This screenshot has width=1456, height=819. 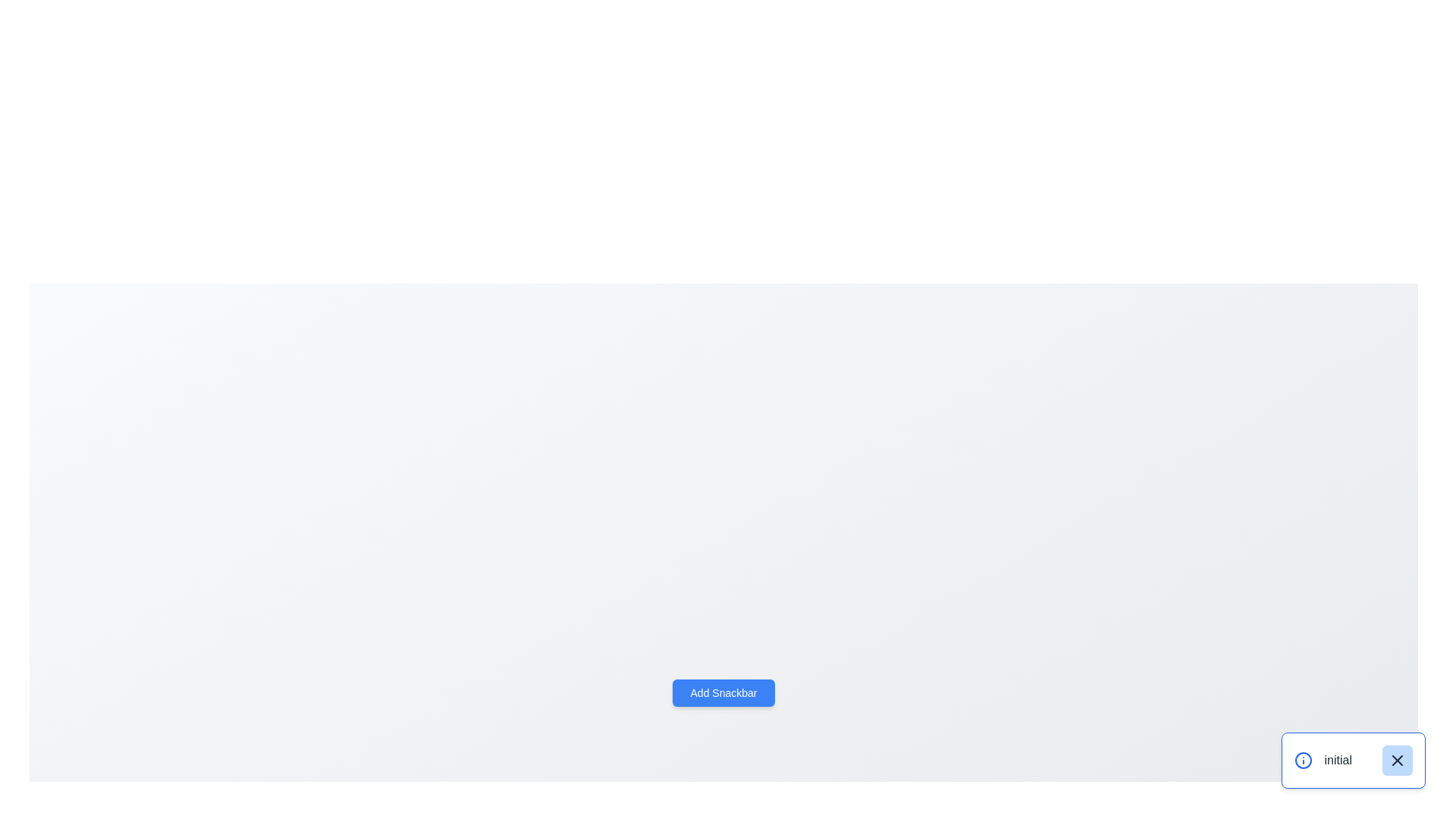 What do you see at coordinates (1353, 760) in the screenshot?
I see `the text labeled 'initial' in the notification component located in the bottom-right corner of the interface for accessibility purposes` at bounding box center [1353, 760].